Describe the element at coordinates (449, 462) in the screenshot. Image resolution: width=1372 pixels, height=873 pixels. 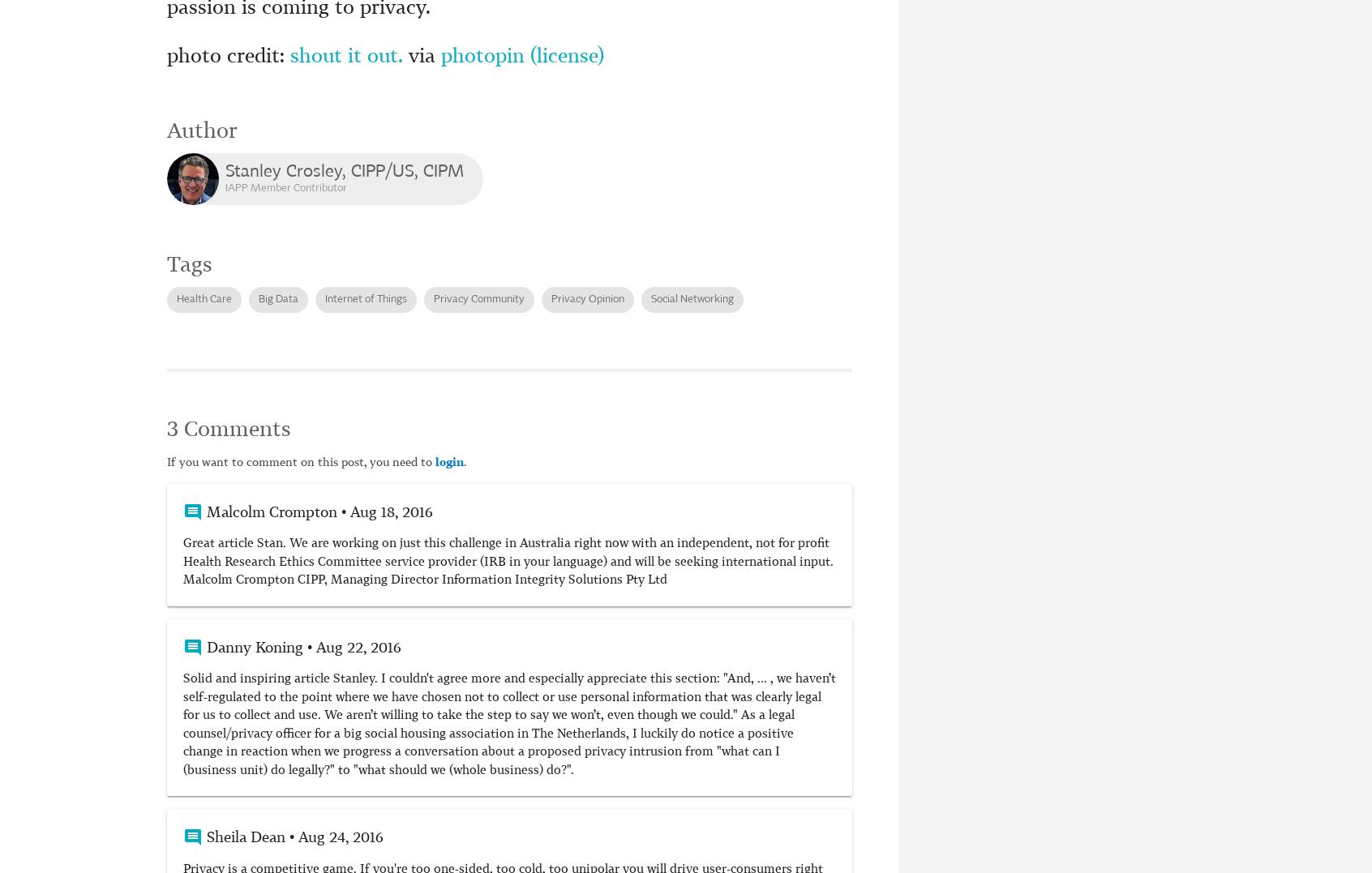
I see `'login'` at that location.